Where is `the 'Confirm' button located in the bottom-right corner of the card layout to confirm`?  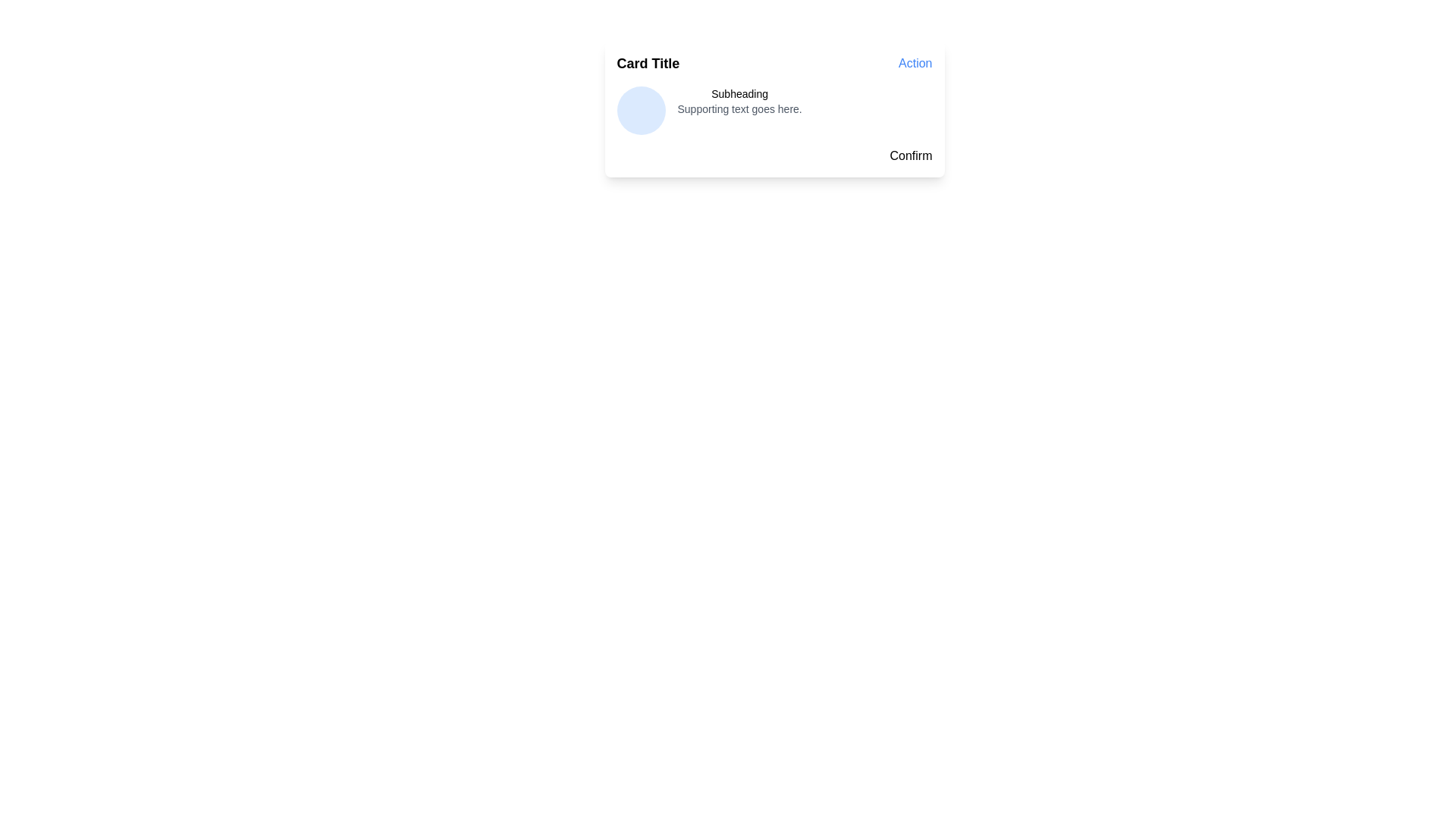 the 'Confirm' button located in the bottom-right corner of the card layout to confirm is located at coordinates (910, 155).